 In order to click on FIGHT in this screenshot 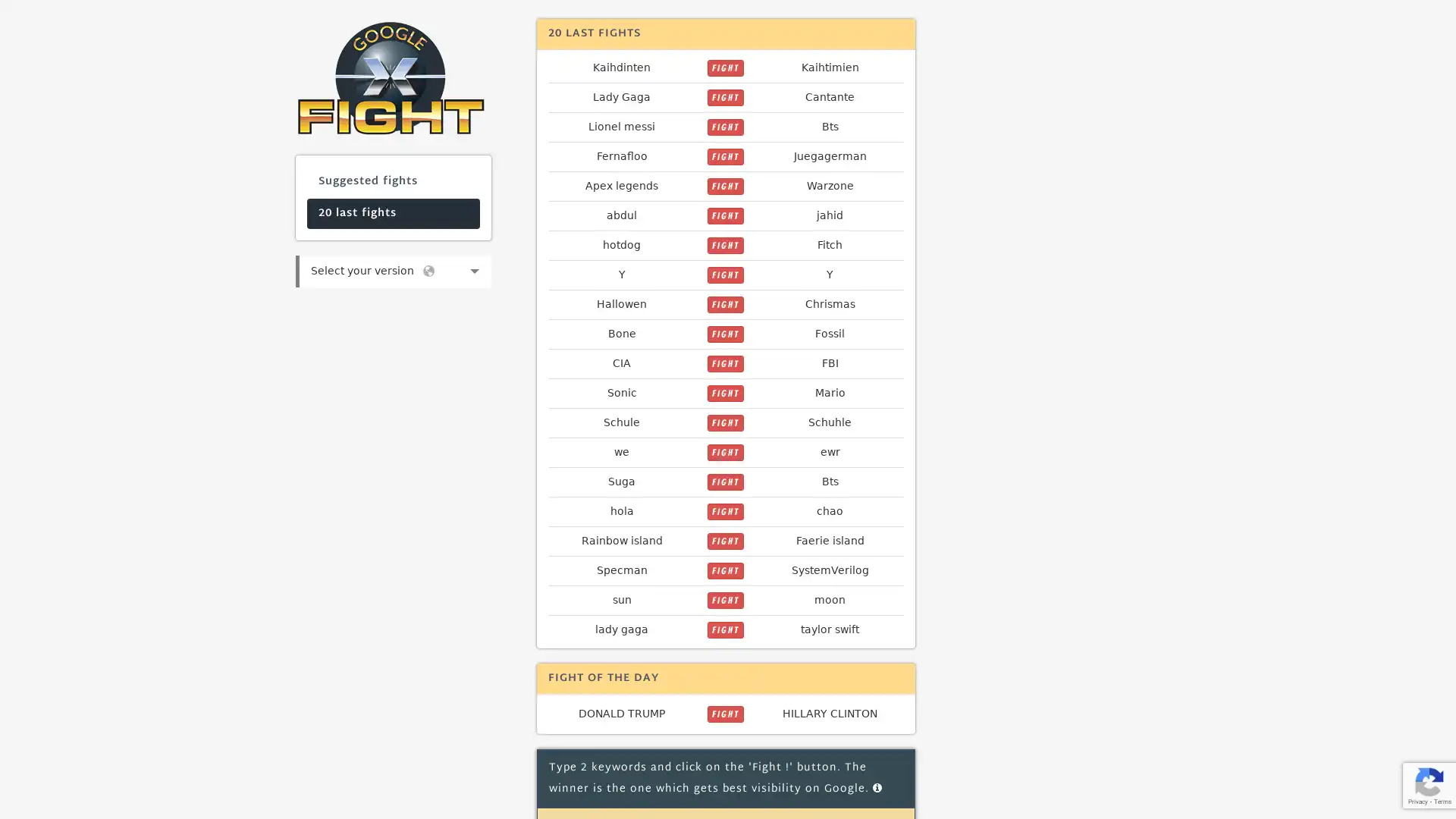, I will do `click(724, 157)`.